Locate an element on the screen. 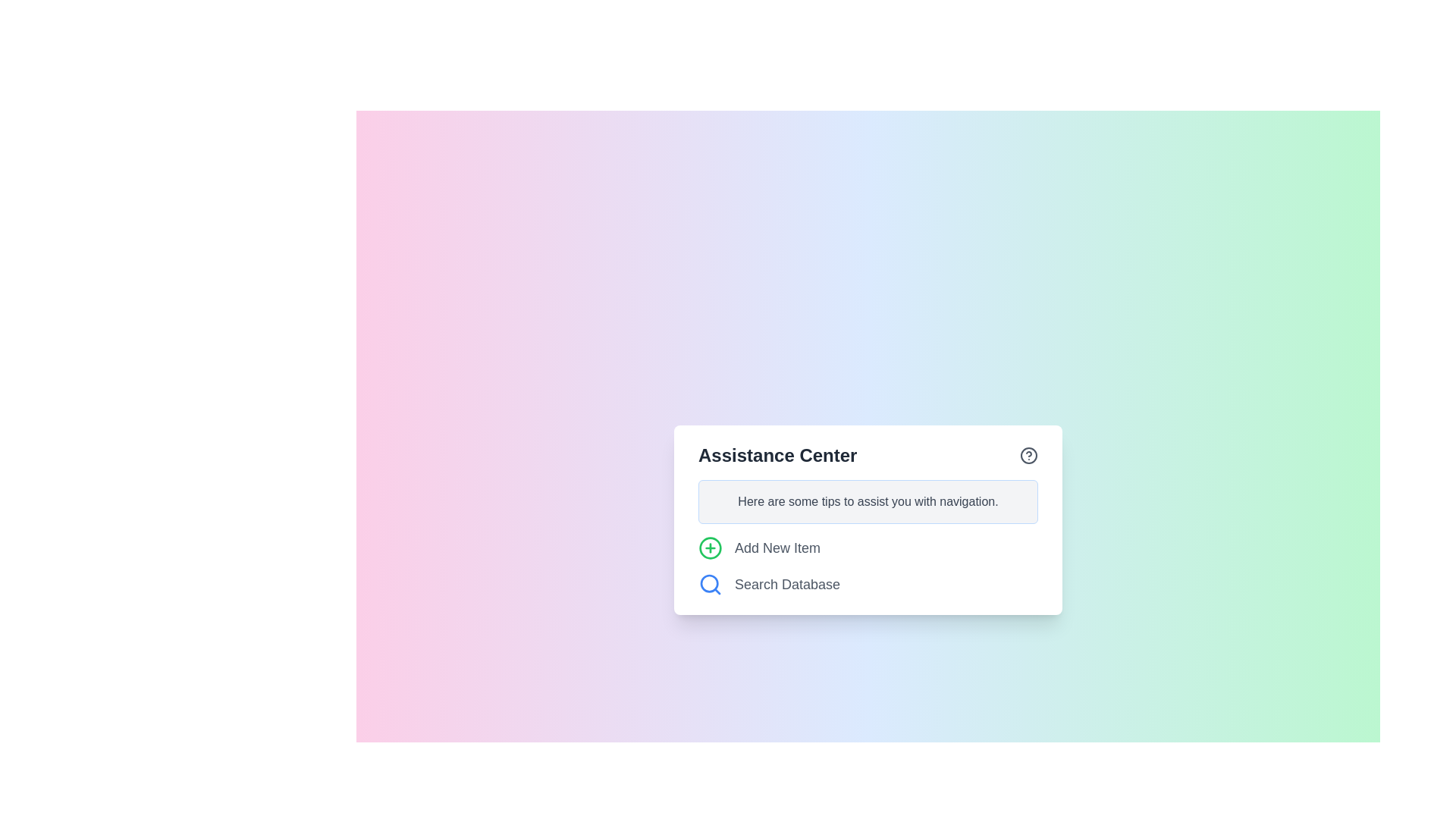 Image resolution: width=1456 pixels, height=819 pixels. text content of the label that describes the action for the adjacent green plus-circle icon, which indicates the creation of a new item in the Assistance Center interface is located at coordinates (777, 548).